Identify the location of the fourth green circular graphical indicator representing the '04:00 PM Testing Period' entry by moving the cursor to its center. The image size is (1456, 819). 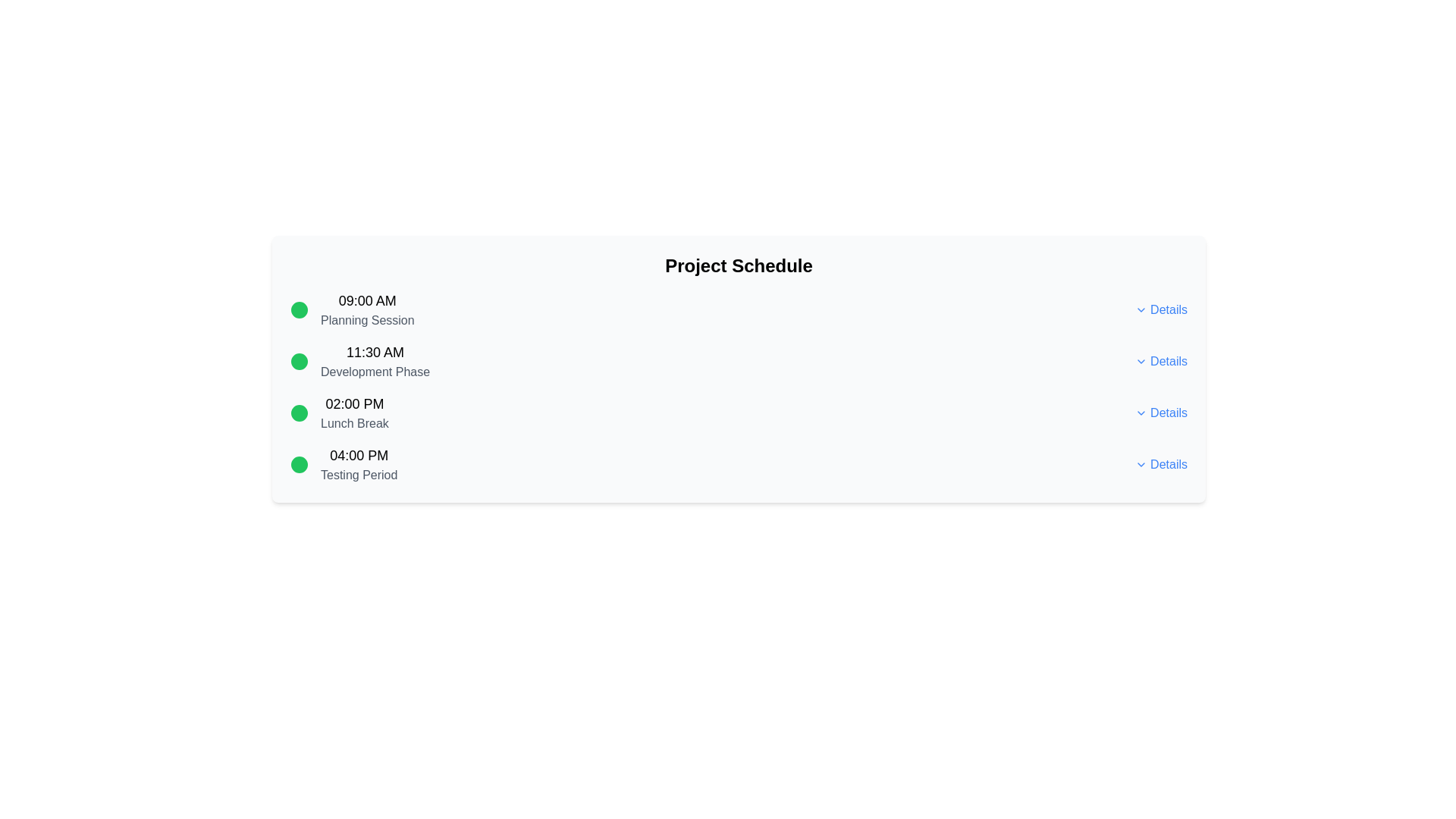
(299, 464).